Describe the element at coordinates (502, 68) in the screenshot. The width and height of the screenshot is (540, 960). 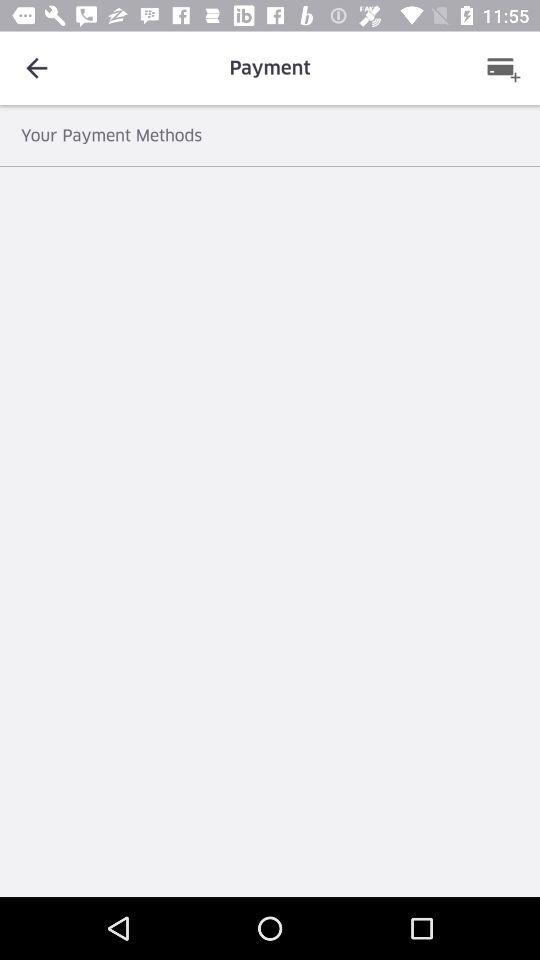
I see `the icon next to the payment item` at that location.